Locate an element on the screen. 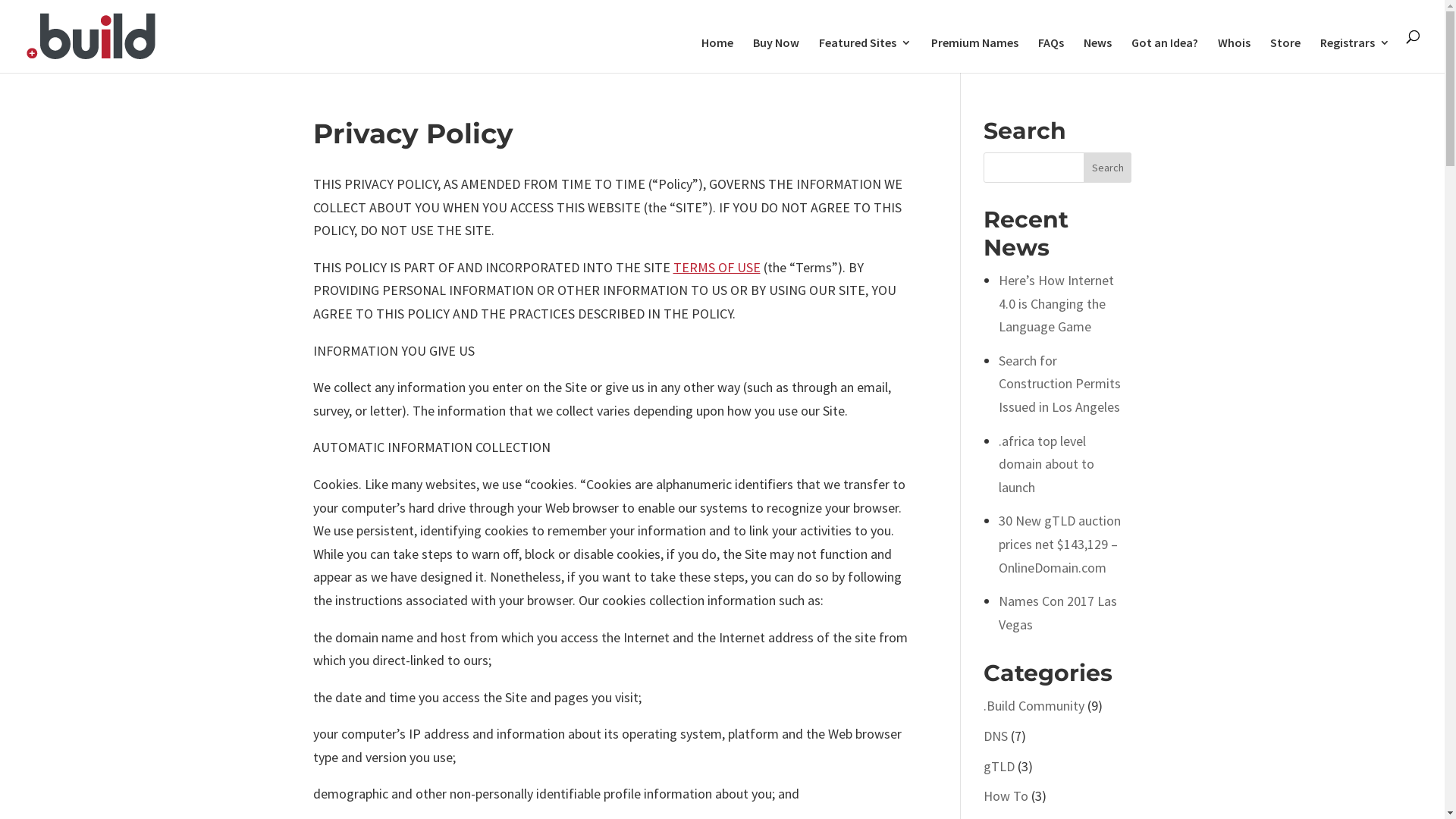  'gTLD' is located at coordinates (999, 765).